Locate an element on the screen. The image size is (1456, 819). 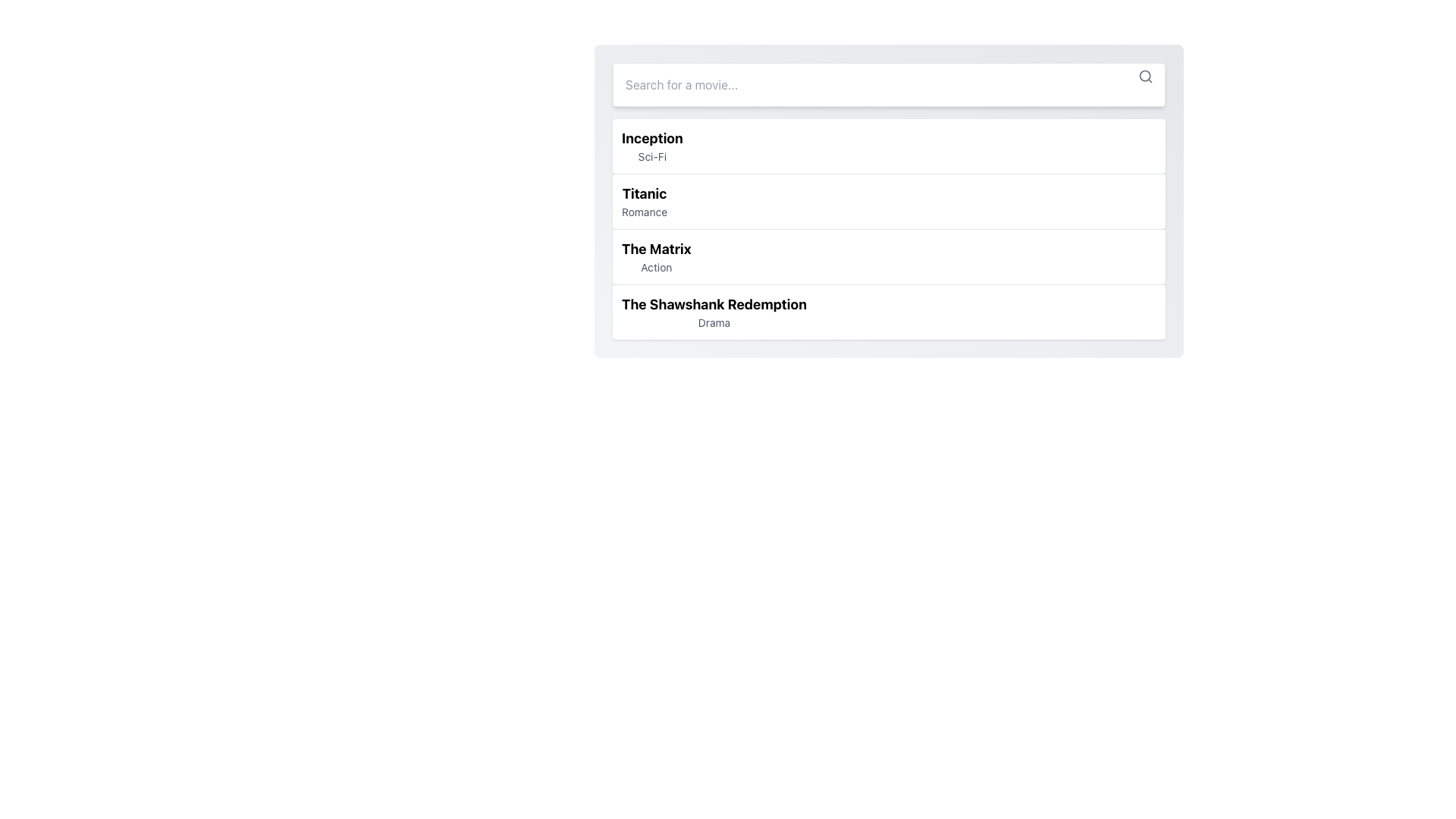
the static text label displaying the genre 'Romance', which is located directly below the title 'Titanic' in the movie list interface is located at coordinates (644, 212).